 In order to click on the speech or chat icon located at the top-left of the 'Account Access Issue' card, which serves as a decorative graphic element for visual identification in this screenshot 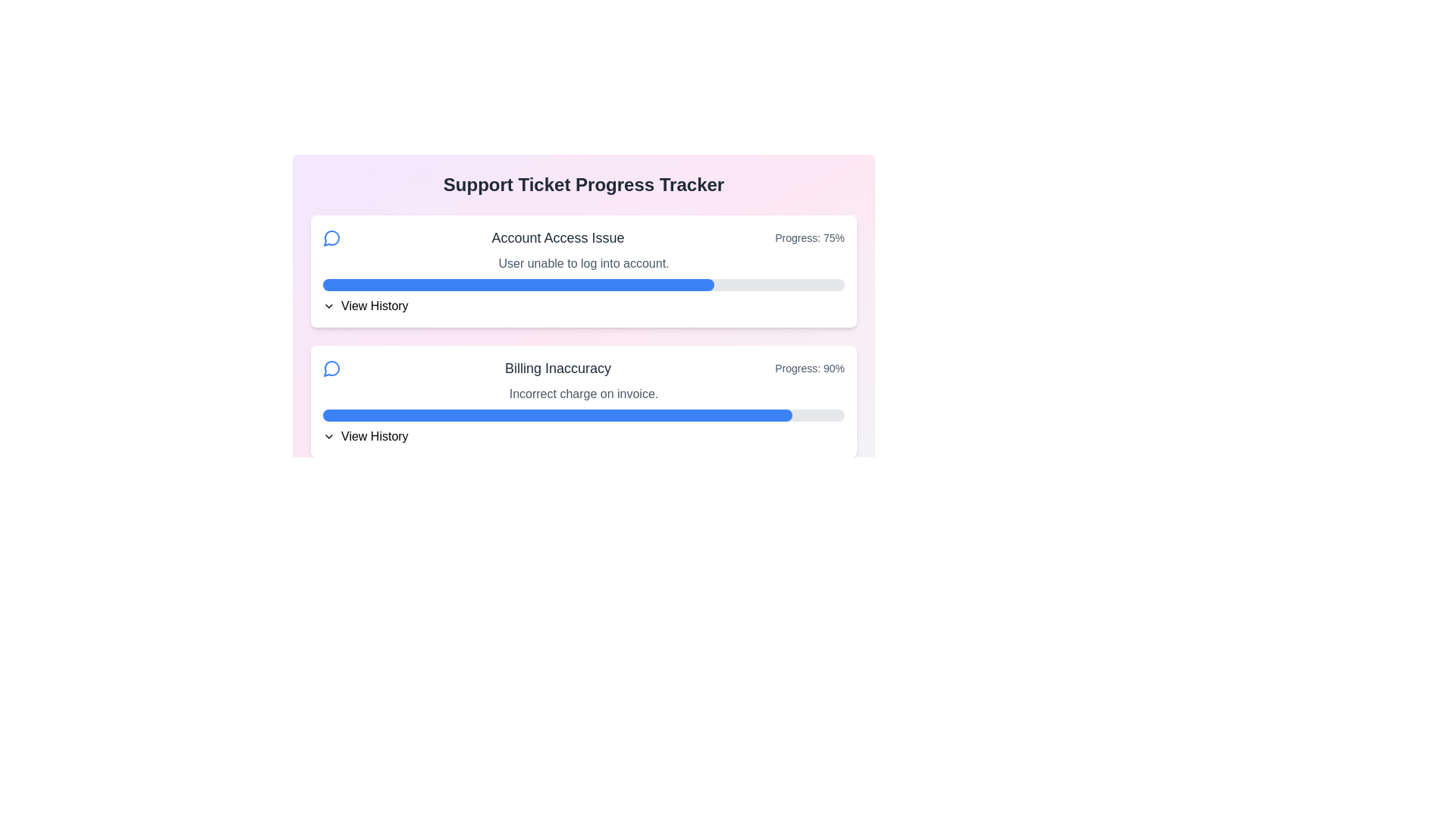, I will do `click(331, 369)`.